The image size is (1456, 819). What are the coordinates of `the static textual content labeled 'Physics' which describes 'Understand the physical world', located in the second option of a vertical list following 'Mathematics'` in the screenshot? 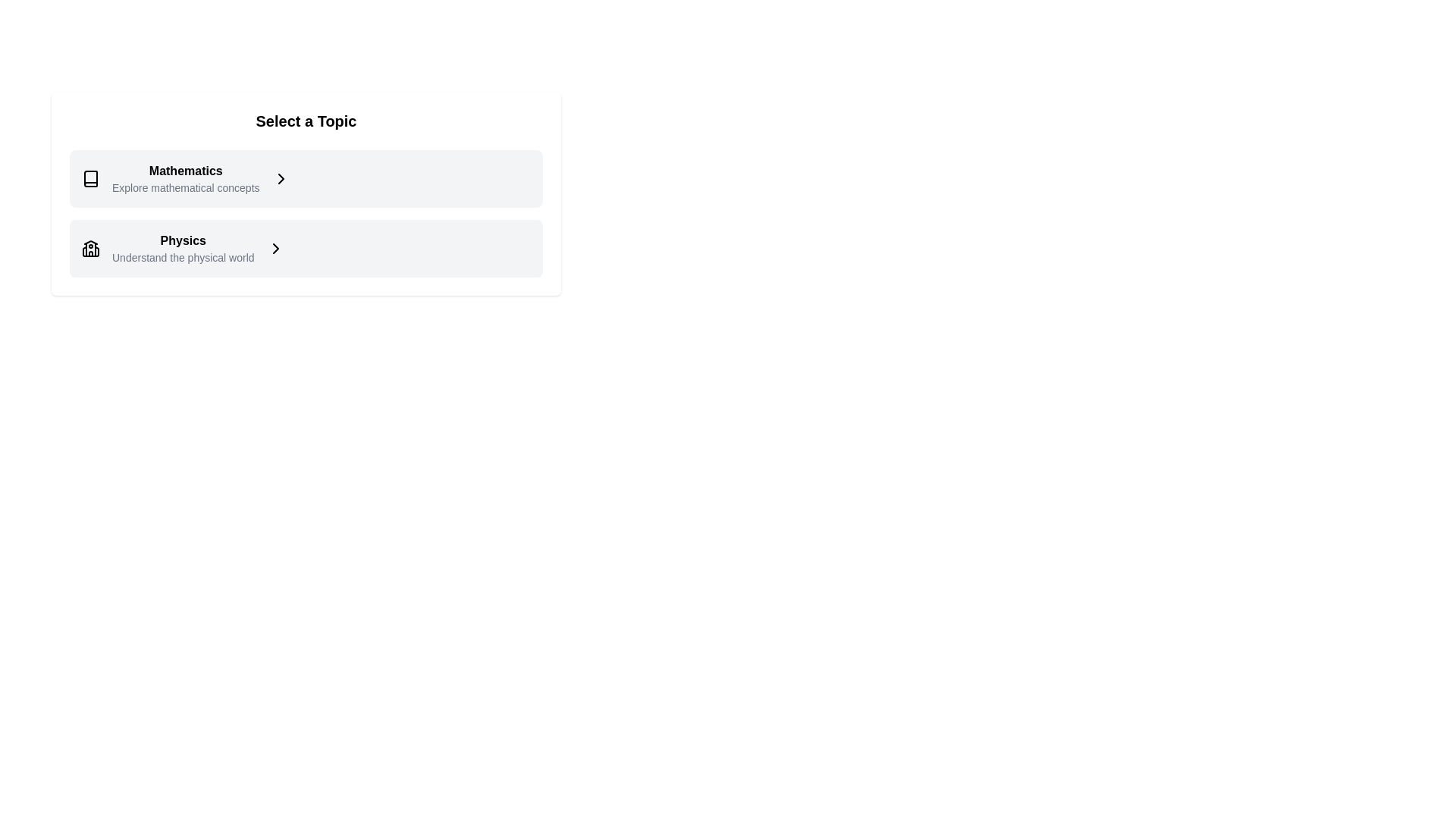 It's located at (182, 247).